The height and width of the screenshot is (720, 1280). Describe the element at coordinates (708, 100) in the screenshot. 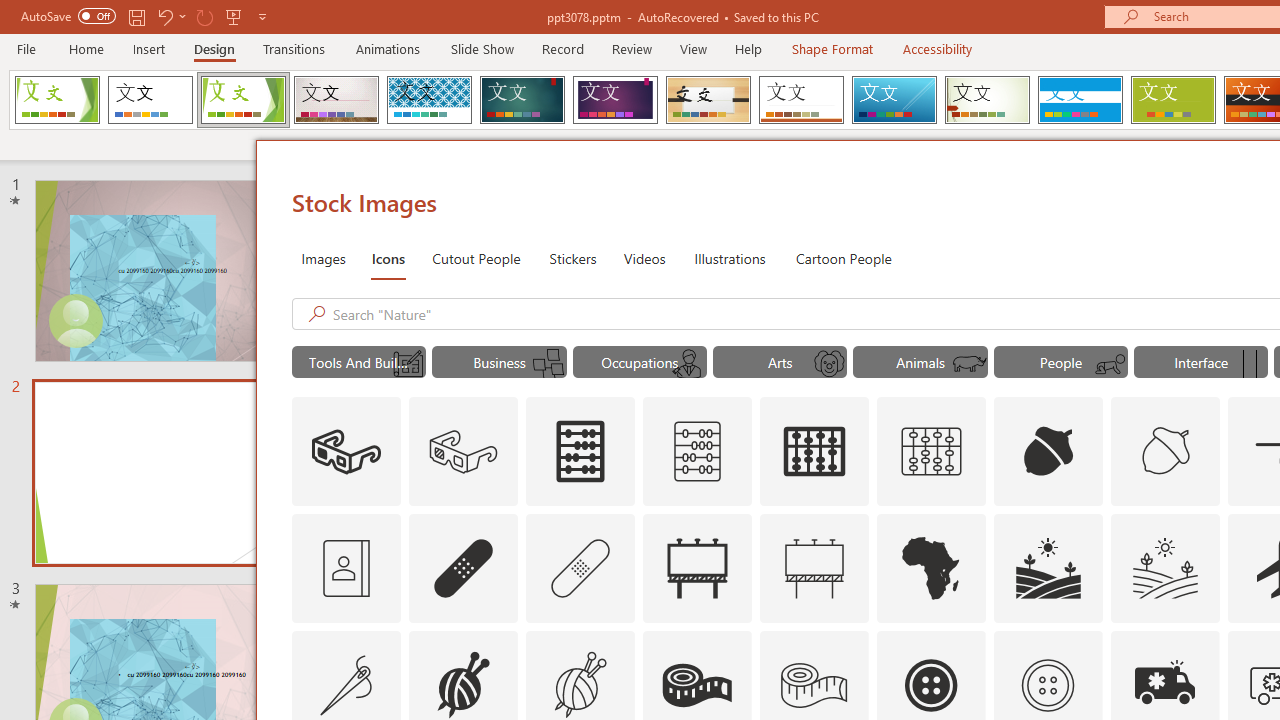

I see `'Organic'` at that location.